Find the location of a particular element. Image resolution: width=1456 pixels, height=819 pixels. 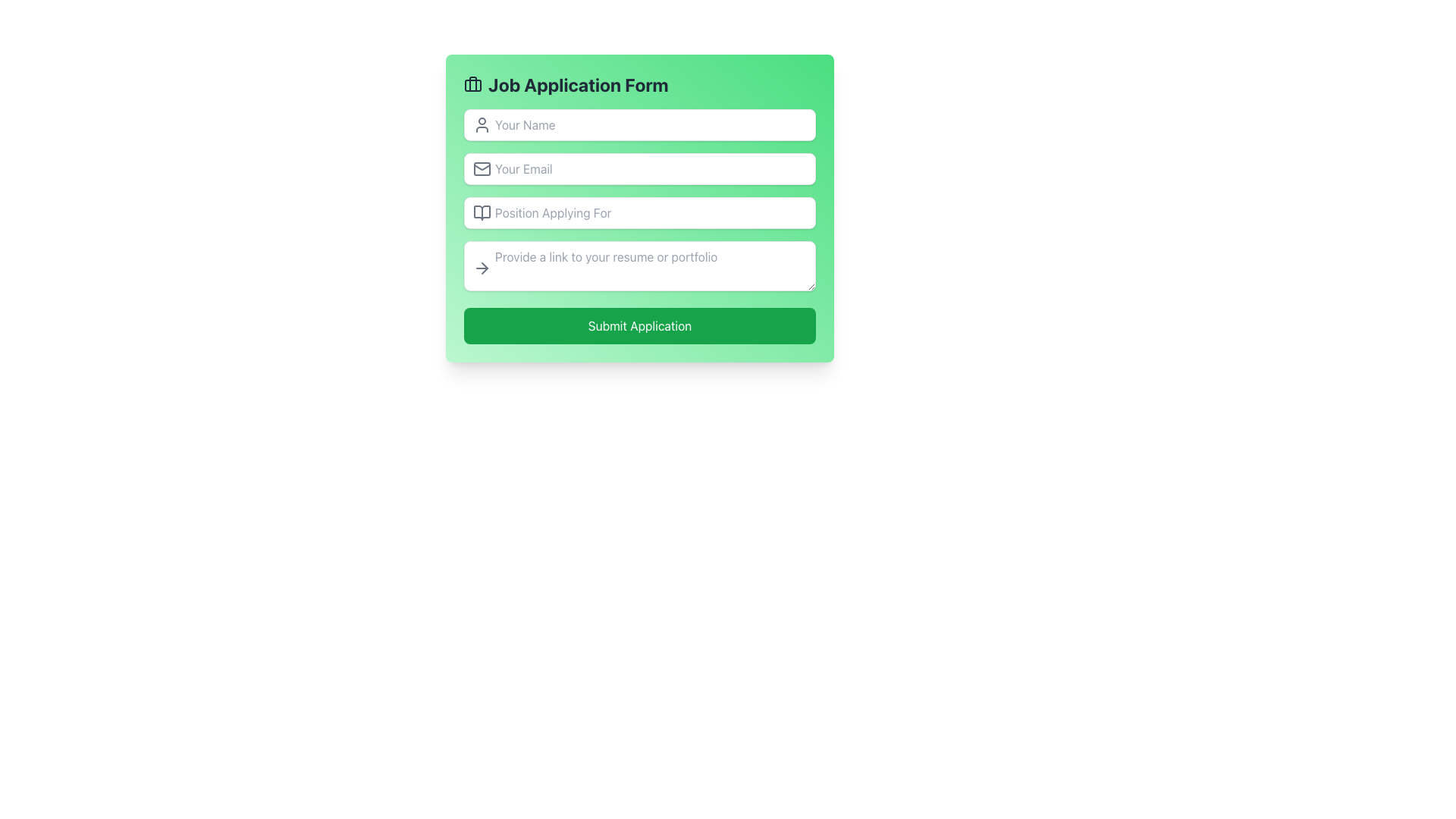

the icon representing the context of the form, which is located to the immediate left of the text 'Job Application Form' in the header section is located at coordinates (472, 84).